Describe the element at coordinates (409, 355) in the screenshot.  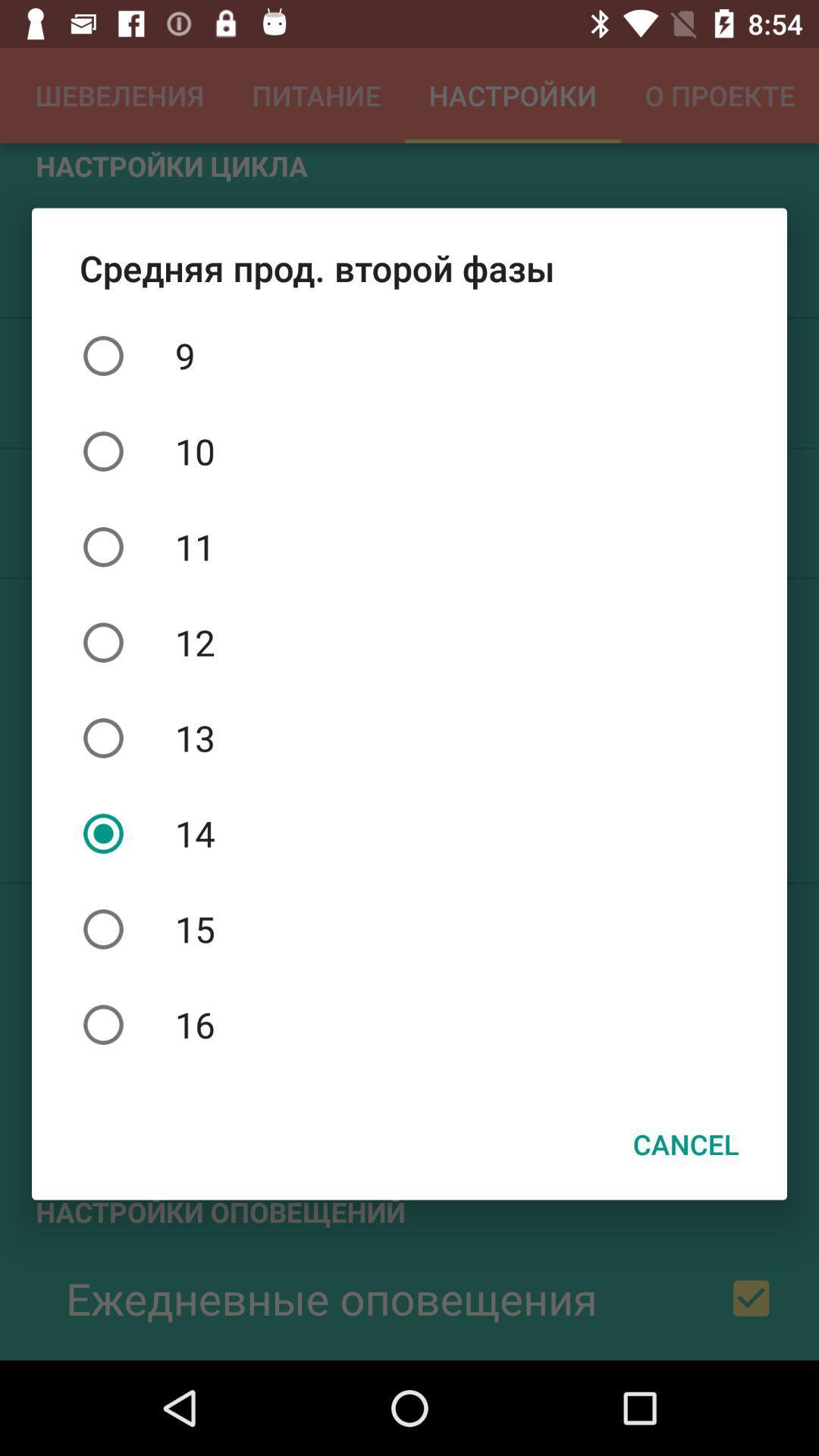
I see `item above 10 icon` at that location.